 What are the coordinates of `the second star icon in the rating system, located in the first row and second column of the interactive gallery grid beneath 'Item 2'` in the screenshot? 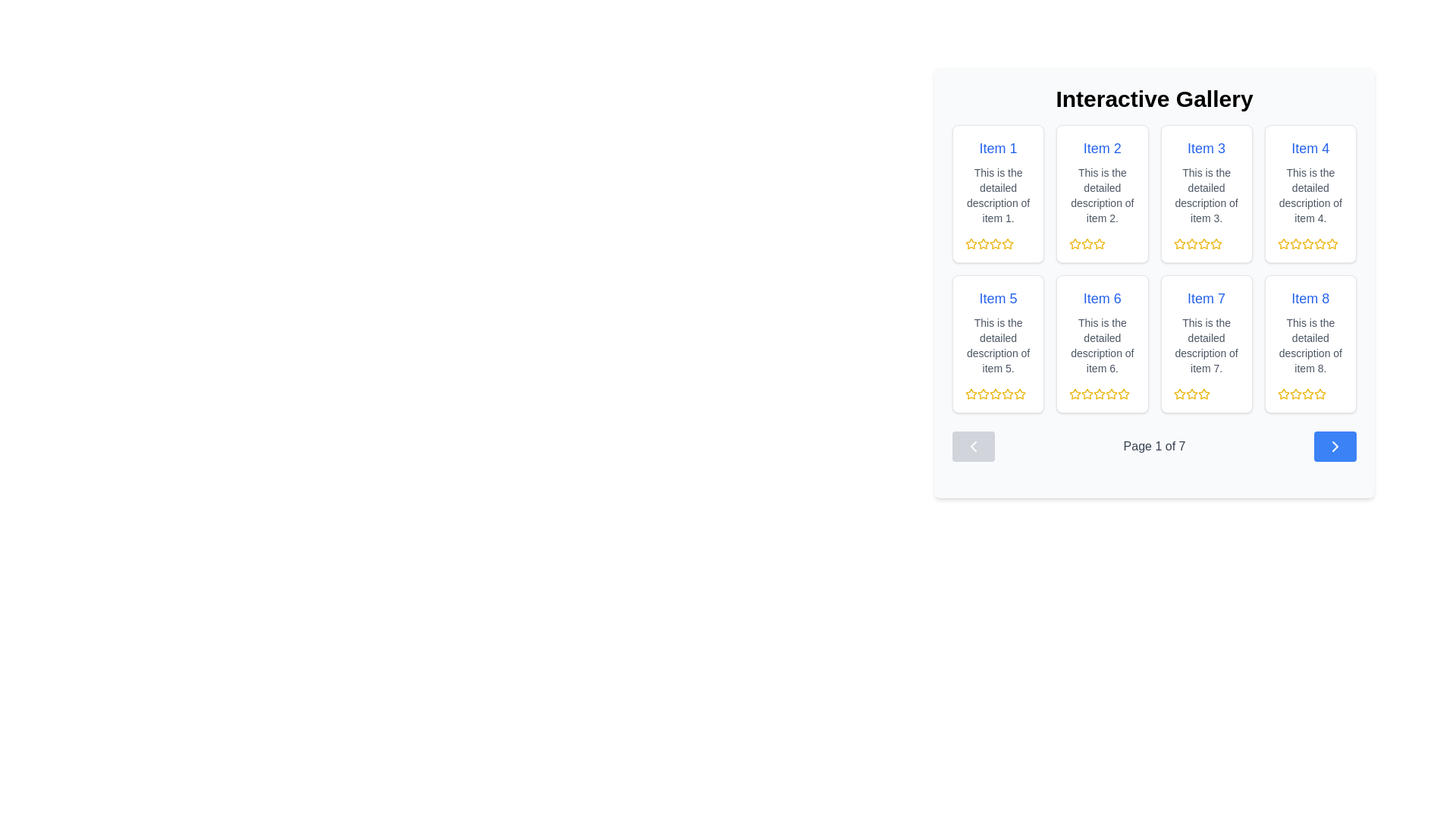 It's located at (1100, 243).